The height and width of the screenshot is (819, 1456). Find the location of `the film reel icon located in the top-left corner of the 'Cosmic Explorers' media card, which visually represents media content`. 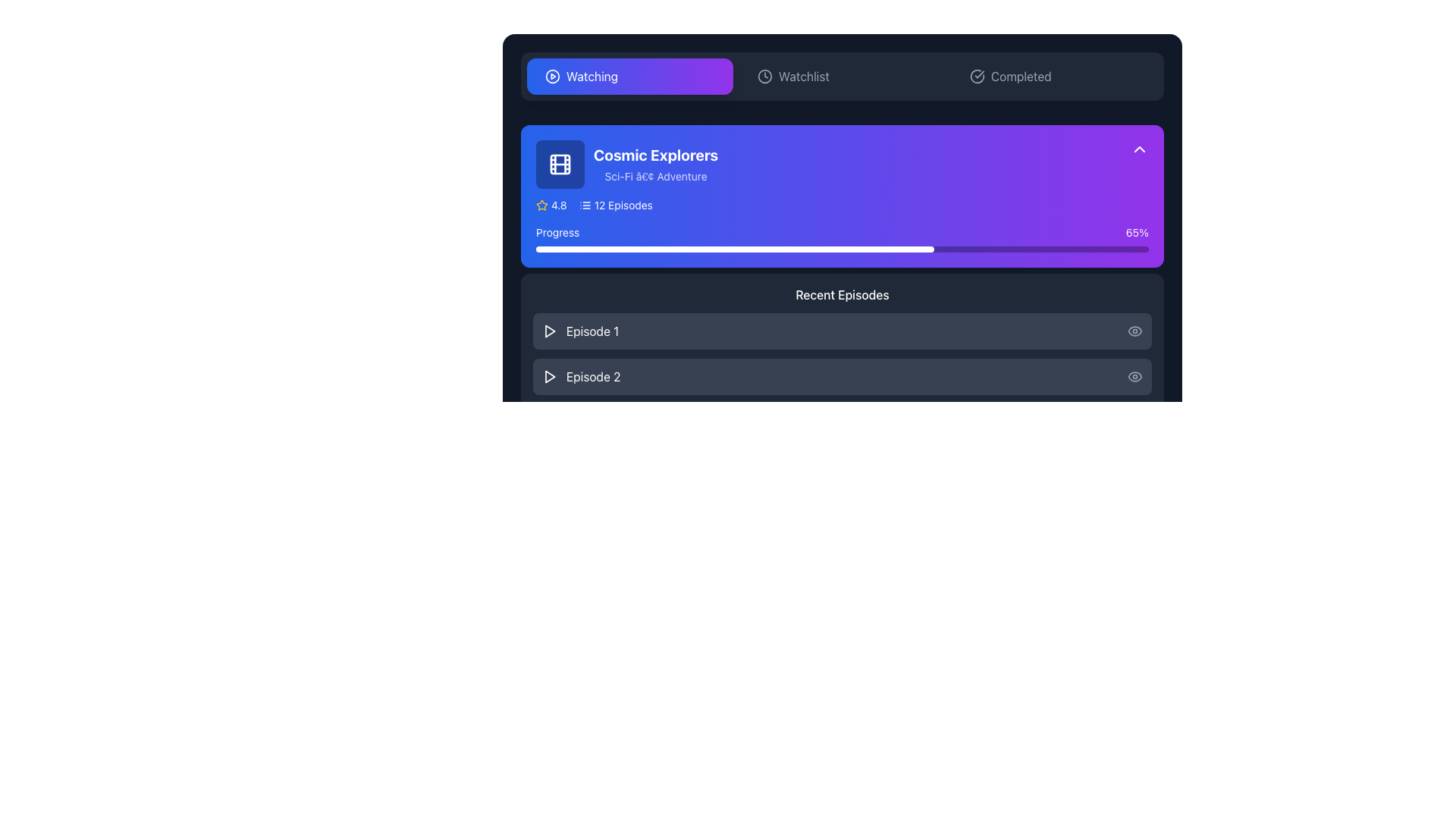

the film reel icon located in the top-left corner of the 'Cosmic Explorers' media card, which visually represents media content is located at coordinates (560, 164).